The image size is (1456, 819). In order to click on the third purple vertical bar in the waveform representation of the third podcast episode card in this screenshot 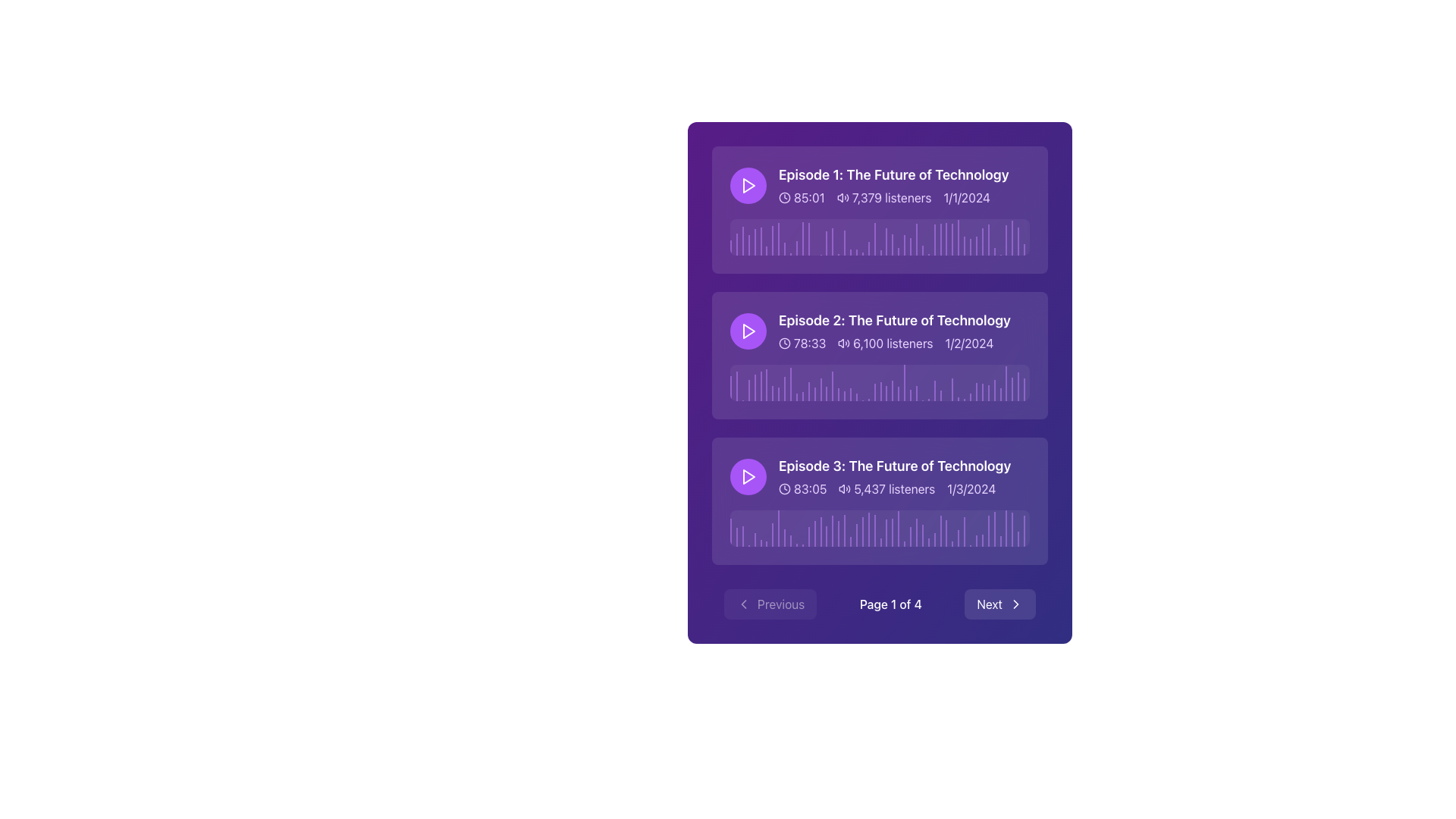, I will do `click(742, 535)`.